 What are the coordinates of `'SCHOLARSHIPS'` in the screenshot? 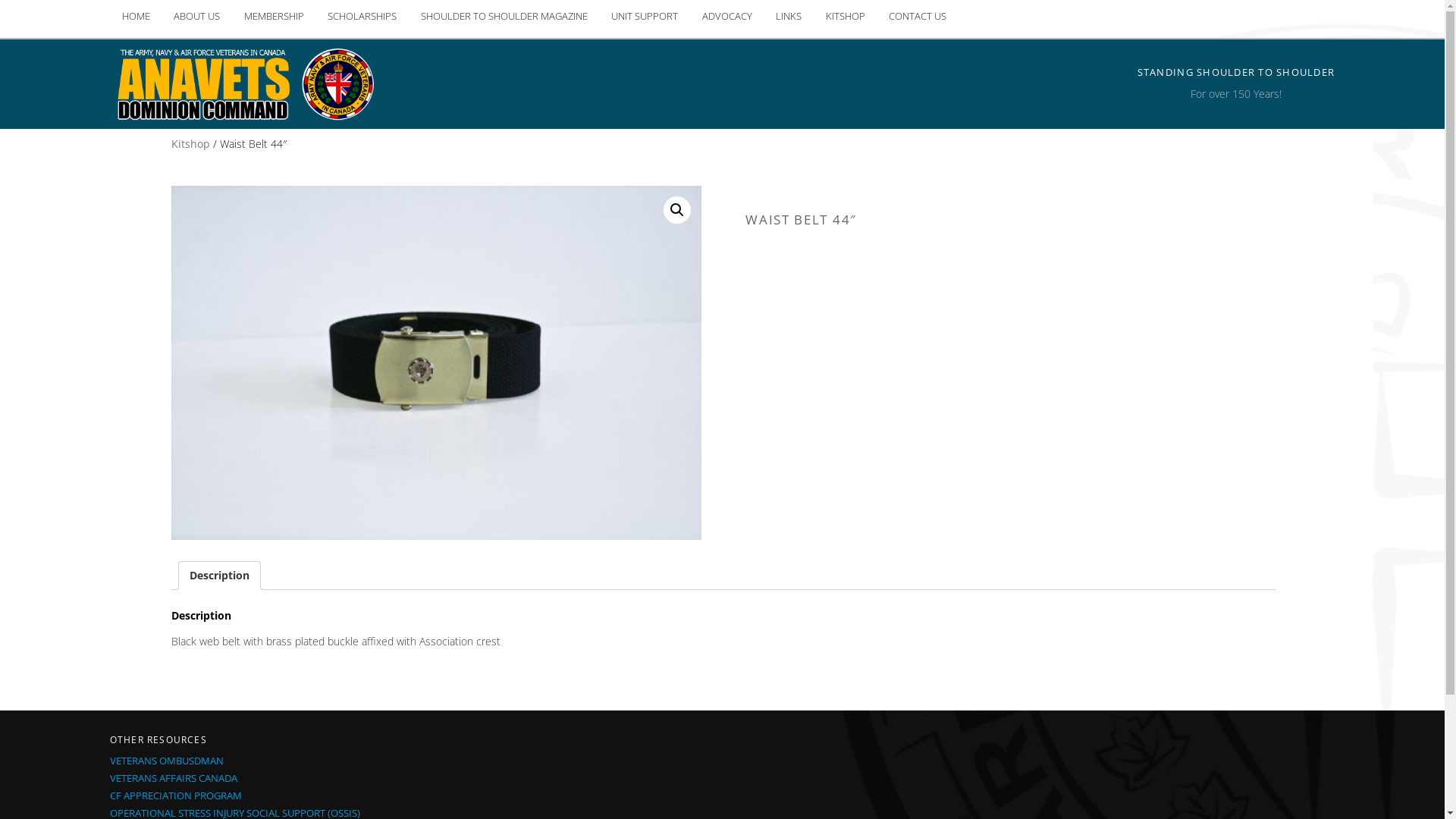 It's located at (361, 16).